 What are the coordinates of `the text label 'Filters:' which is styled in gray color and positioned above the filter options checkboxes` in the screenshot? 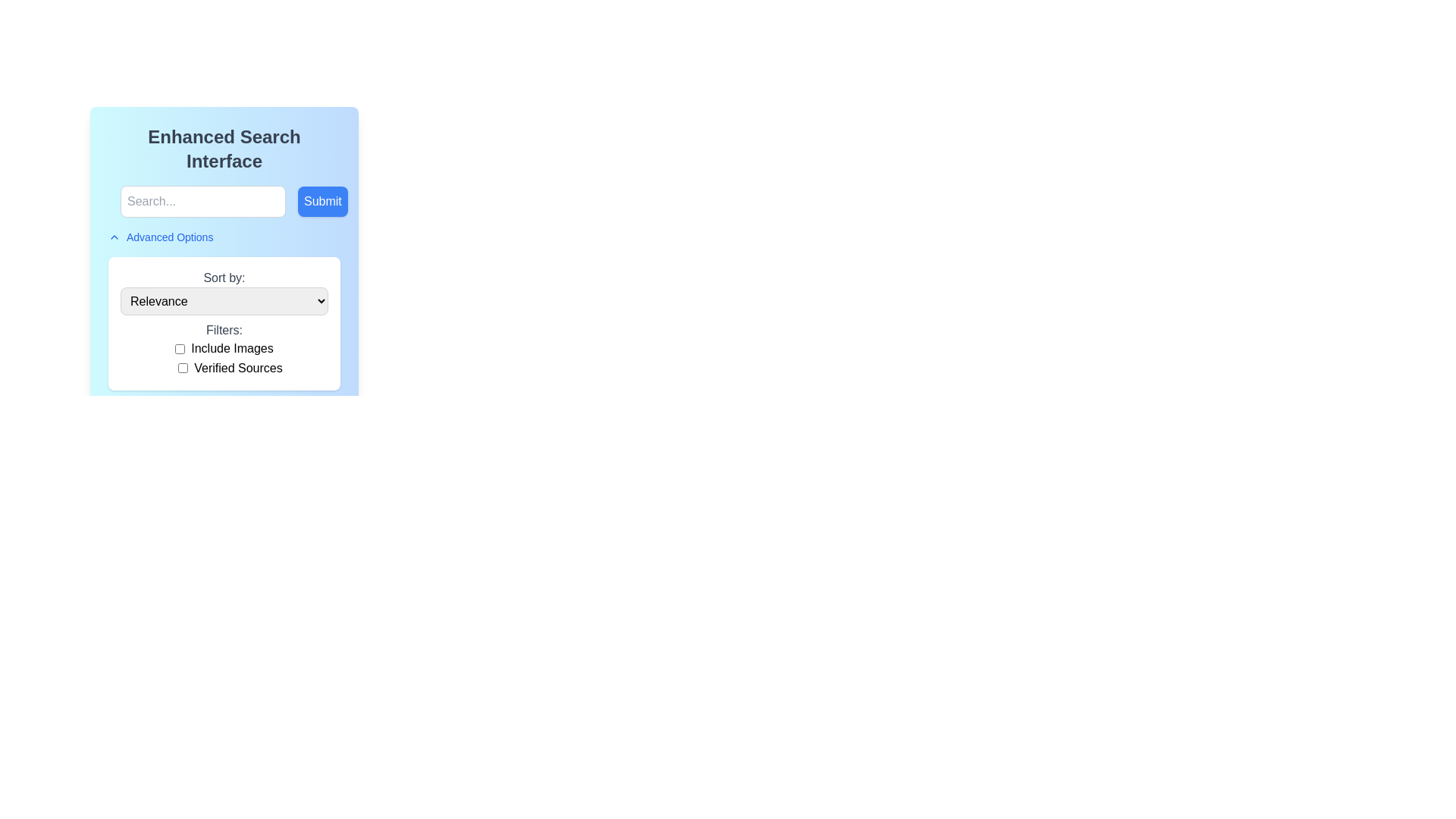 It's located at (224, 329).